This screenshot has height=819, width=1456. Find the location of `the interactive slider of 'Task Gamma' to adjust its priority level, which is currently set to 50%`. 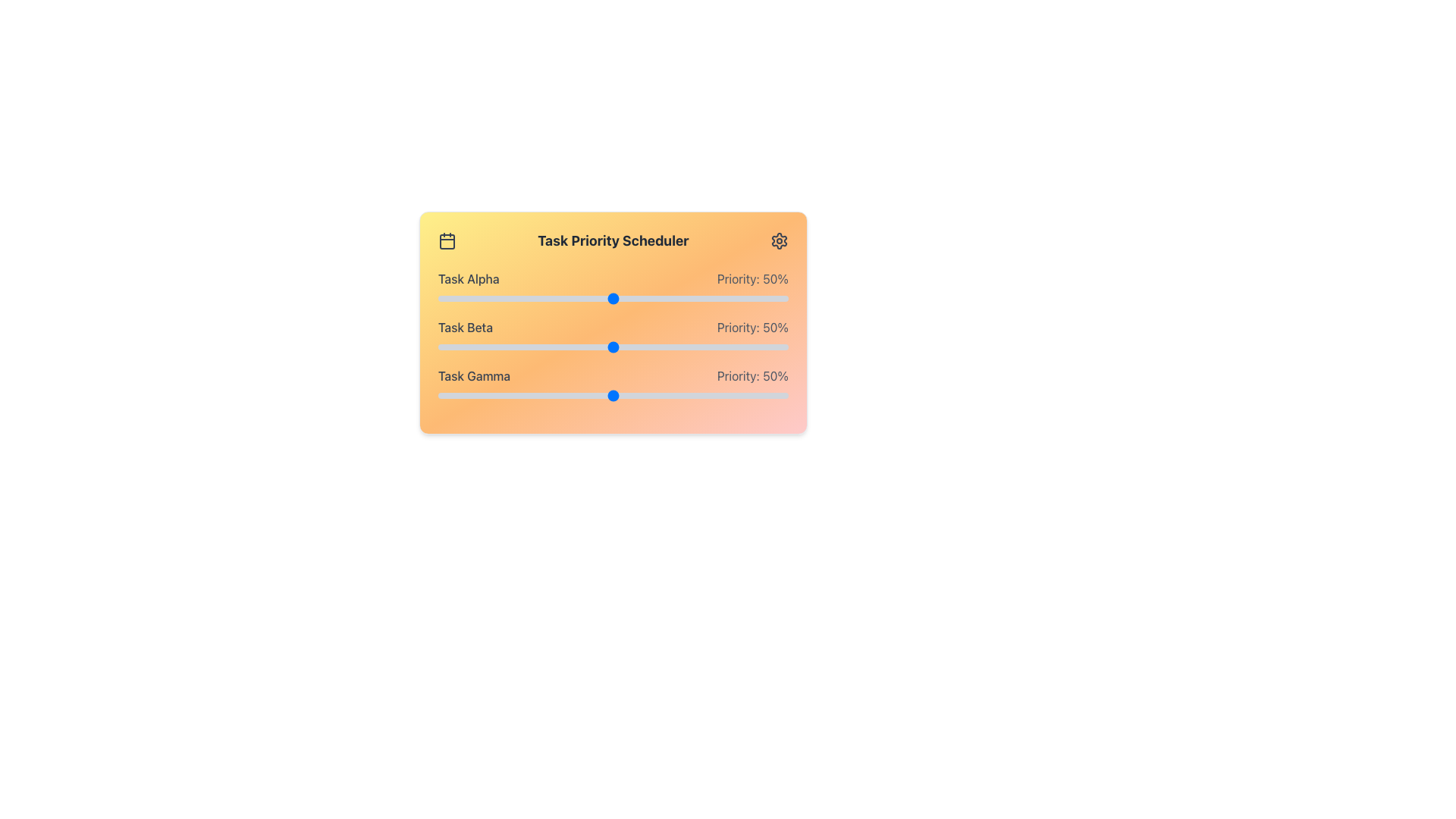

the interactive slider of 'Task Gamma' to adjust its priority level, which is currently set to 50% is located at coordinates (613, 384).